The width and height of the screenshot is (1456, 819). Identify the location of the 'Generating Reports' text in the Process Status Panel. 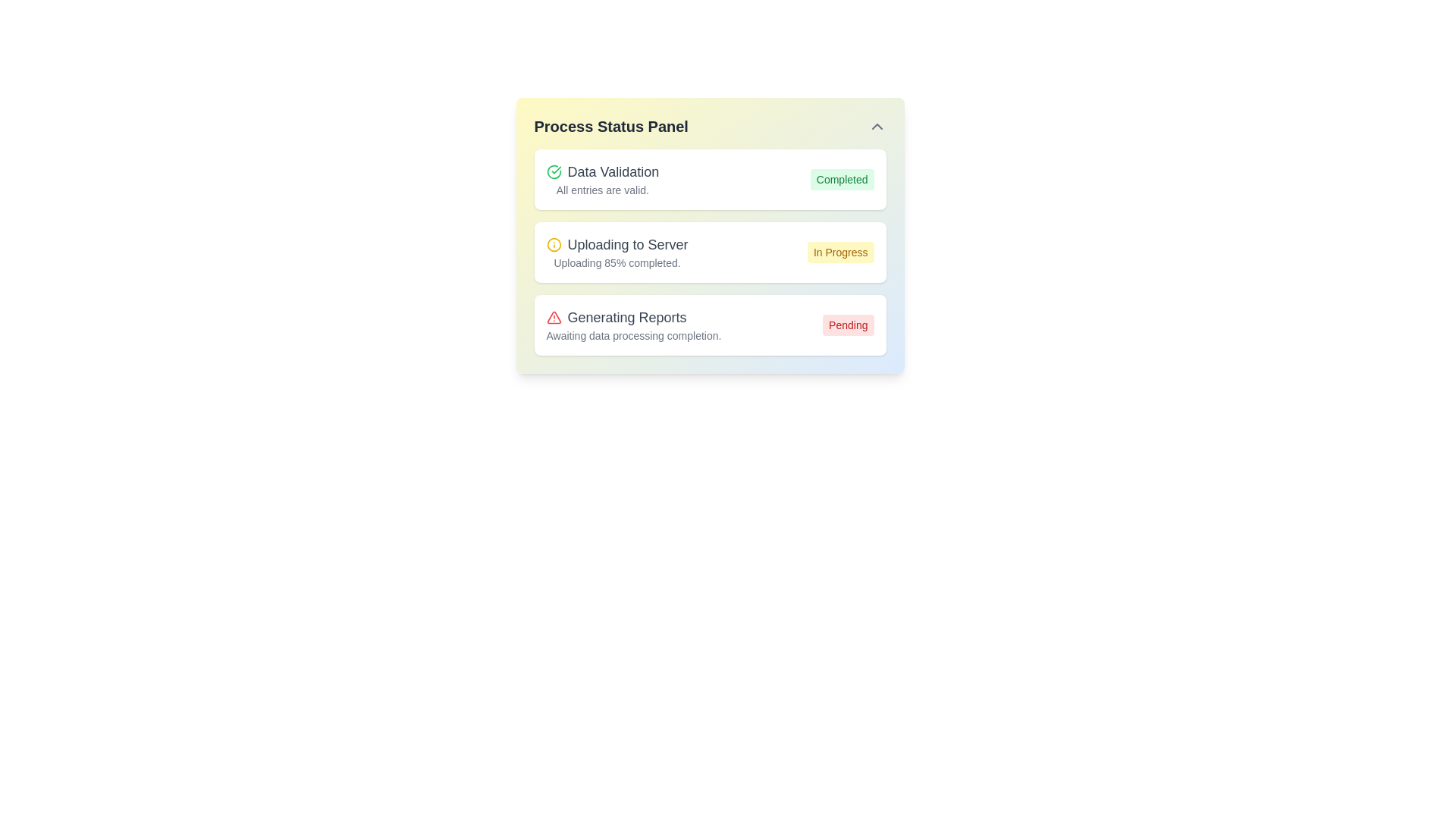
(633, 324).